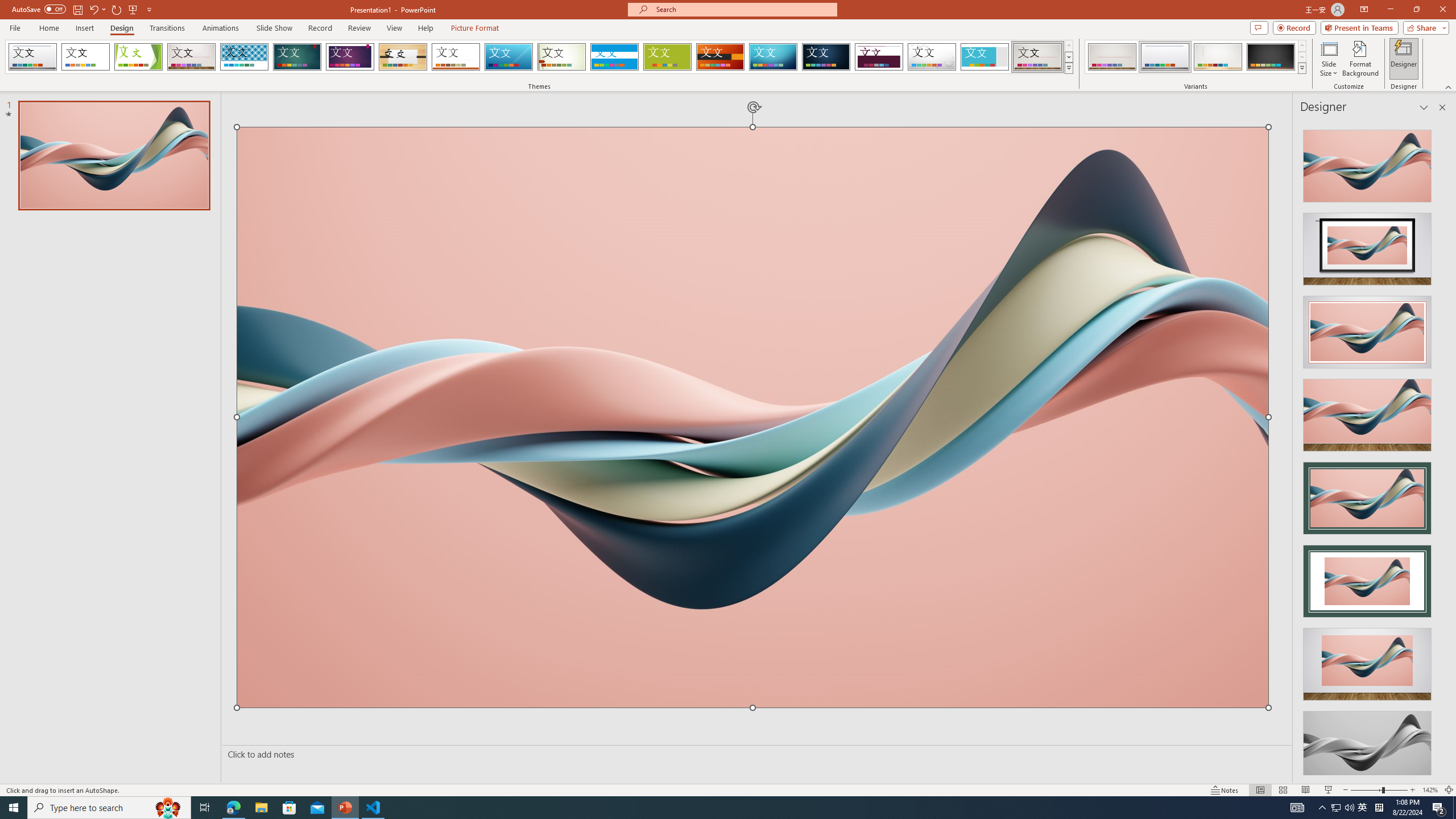 The width and height of the screenshot is (1456, 819). Describe the element at coordinates (1217, 56) in the screenshot. I see `'Gallery Variant 3'` at that location.